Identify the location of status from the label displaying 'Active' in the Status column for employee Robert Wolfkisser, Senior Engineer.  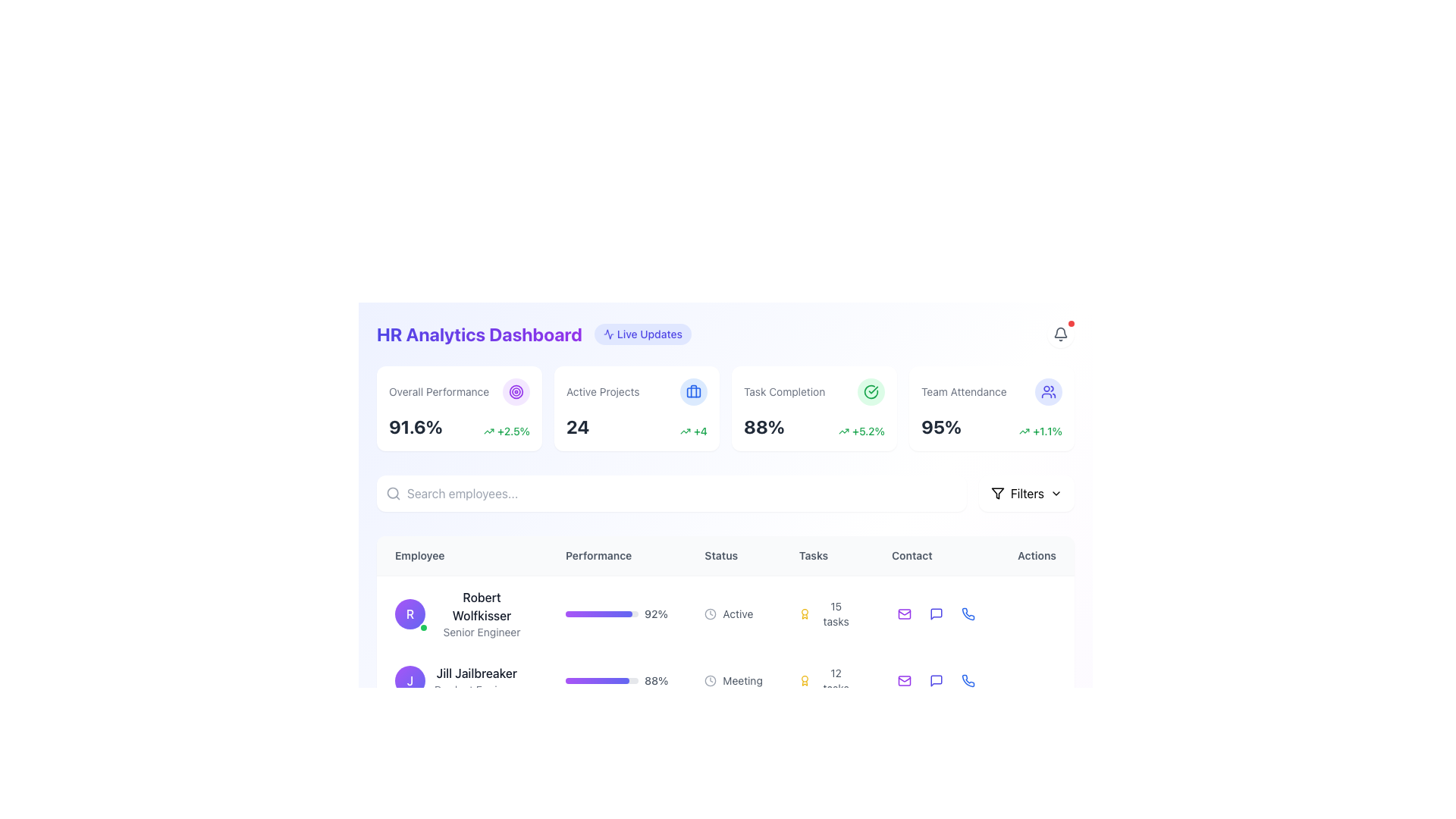
(733, 613).